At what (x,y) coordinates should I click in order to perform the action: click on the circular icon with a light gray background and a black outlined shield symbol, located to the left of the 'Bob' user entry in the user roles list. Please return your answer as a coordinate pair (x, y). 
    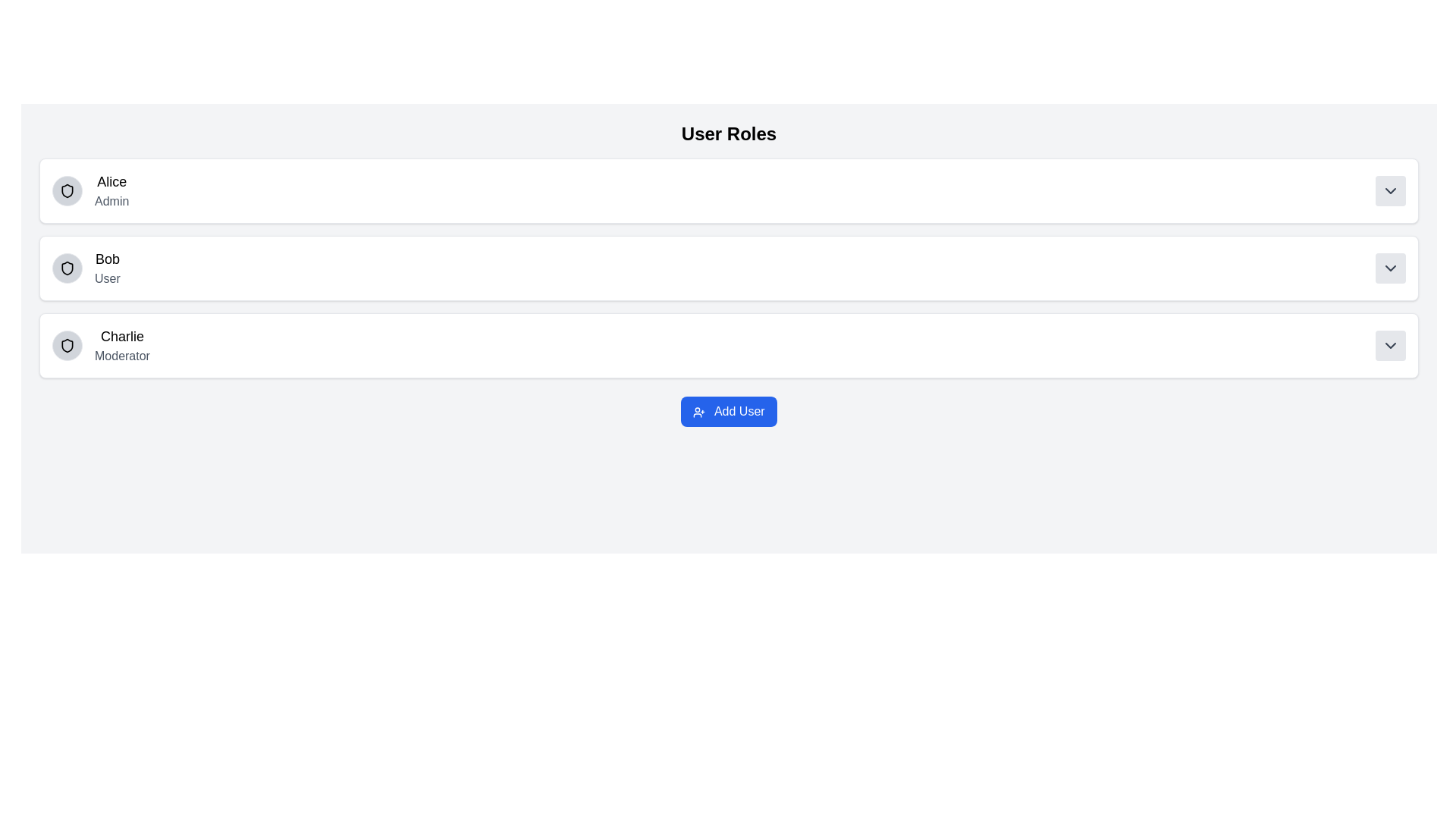
    Looking at the image, I should click on (67, 268).